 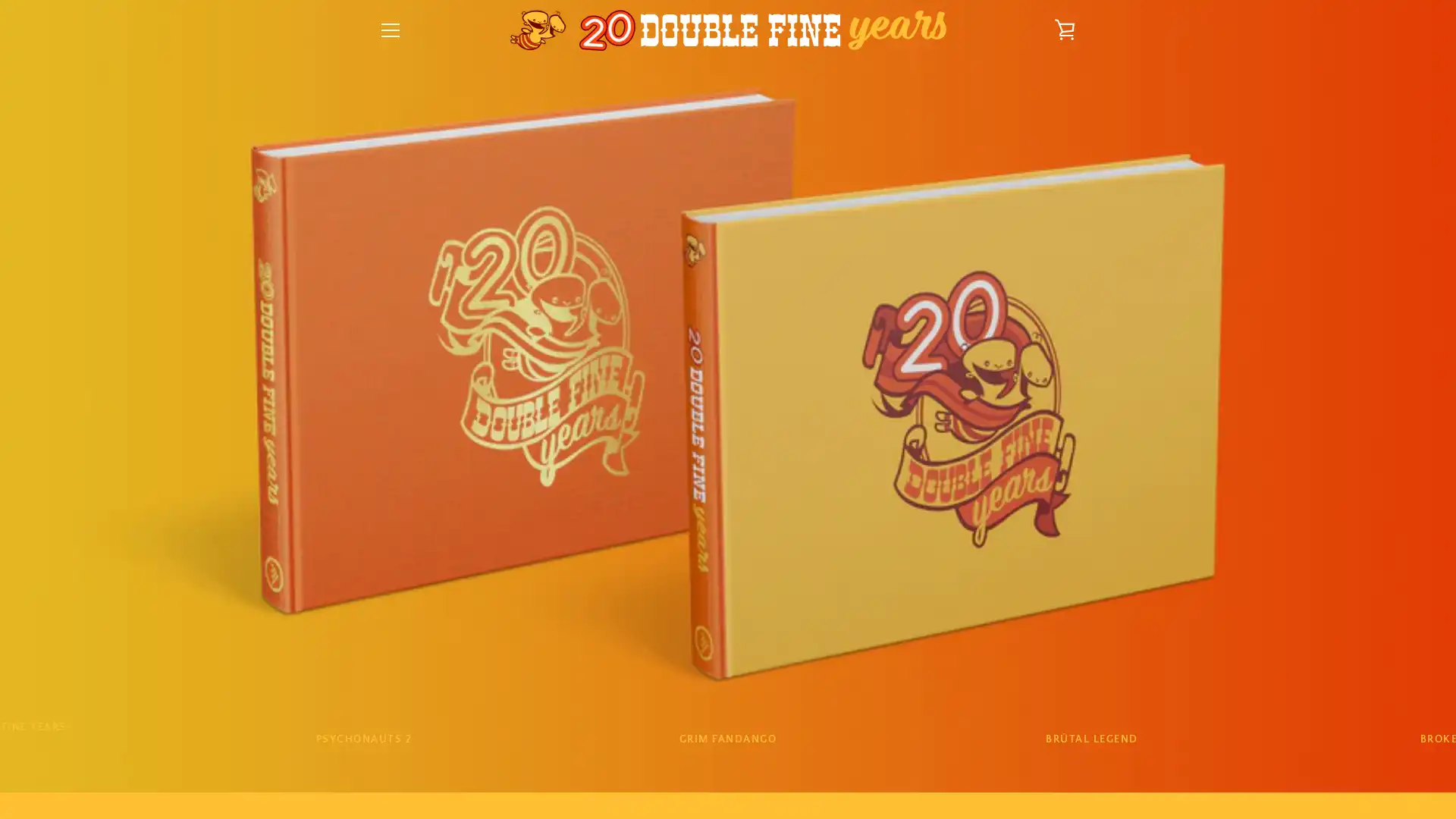 I want to click on SLIDE 2 PSYCHONAUTS 2, so click(x=362, y=739).